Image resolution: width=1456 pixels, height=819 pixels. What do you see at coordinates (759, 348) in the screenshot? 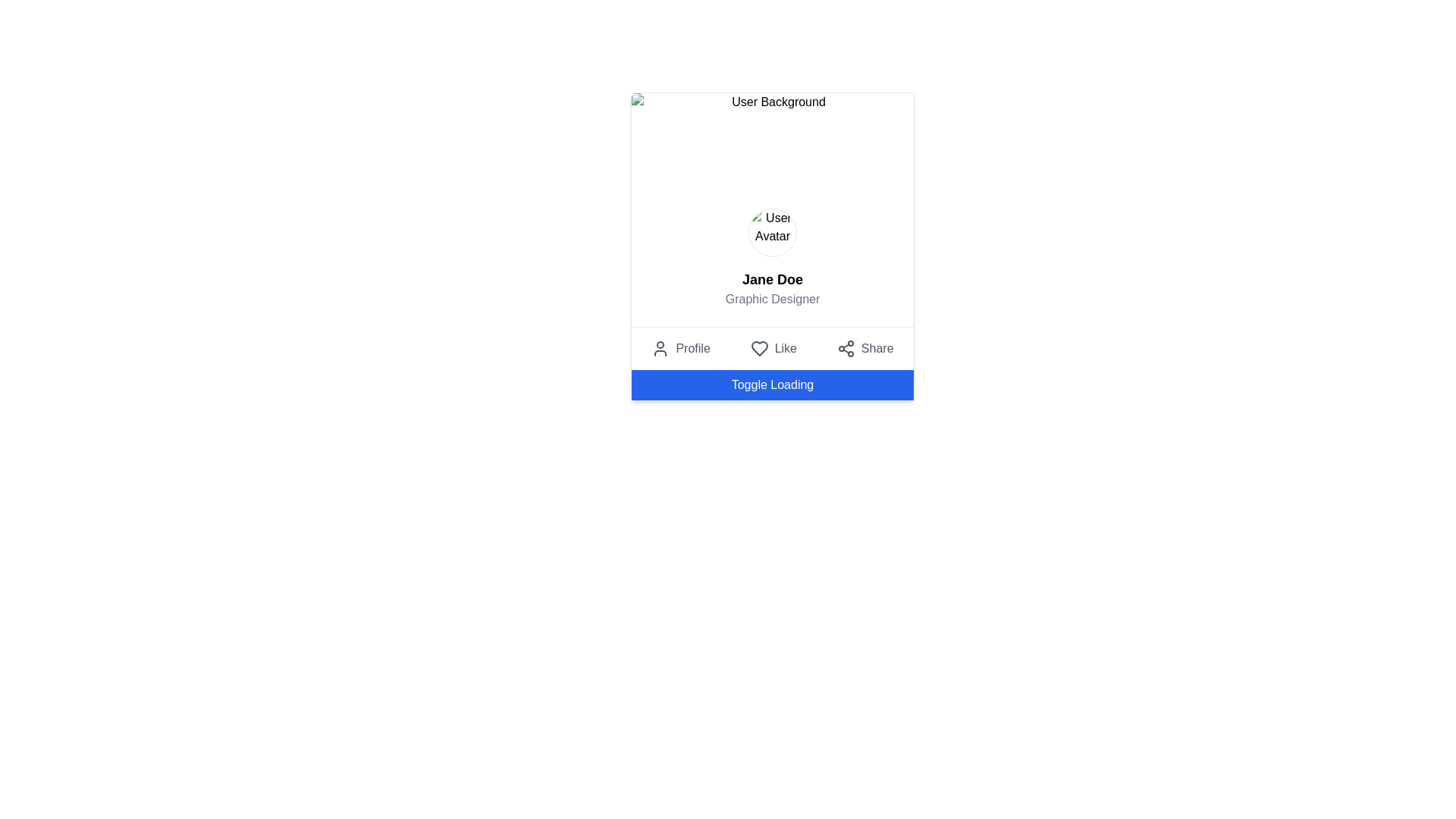
I see `the heart-shaped icon outlined in the navigation bar of the user card interface` at bounding box center [759, 348].